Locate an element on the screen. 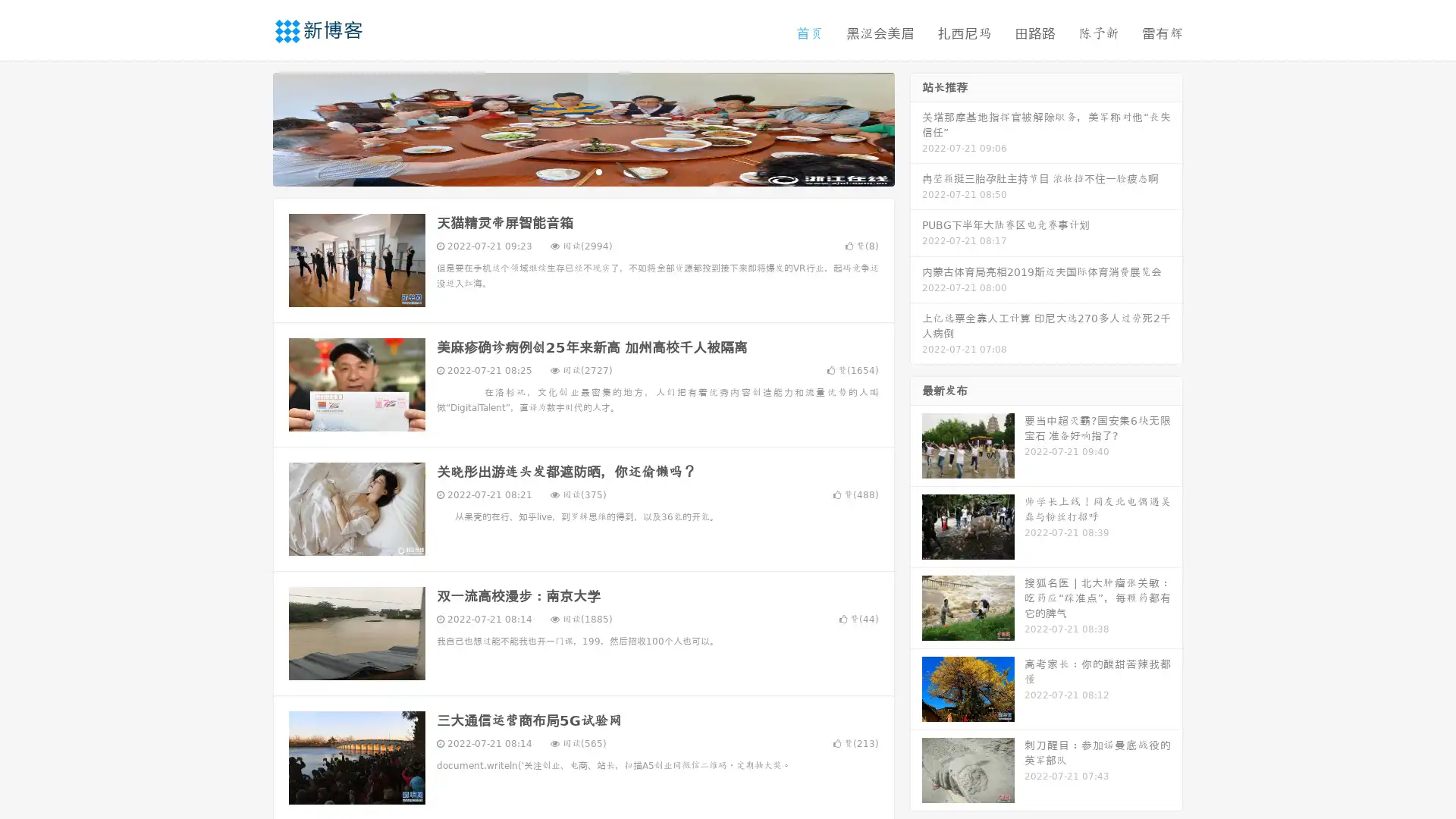 The image size is (1456, 819). Go to slide 1 is located at coordinates (567, 171).